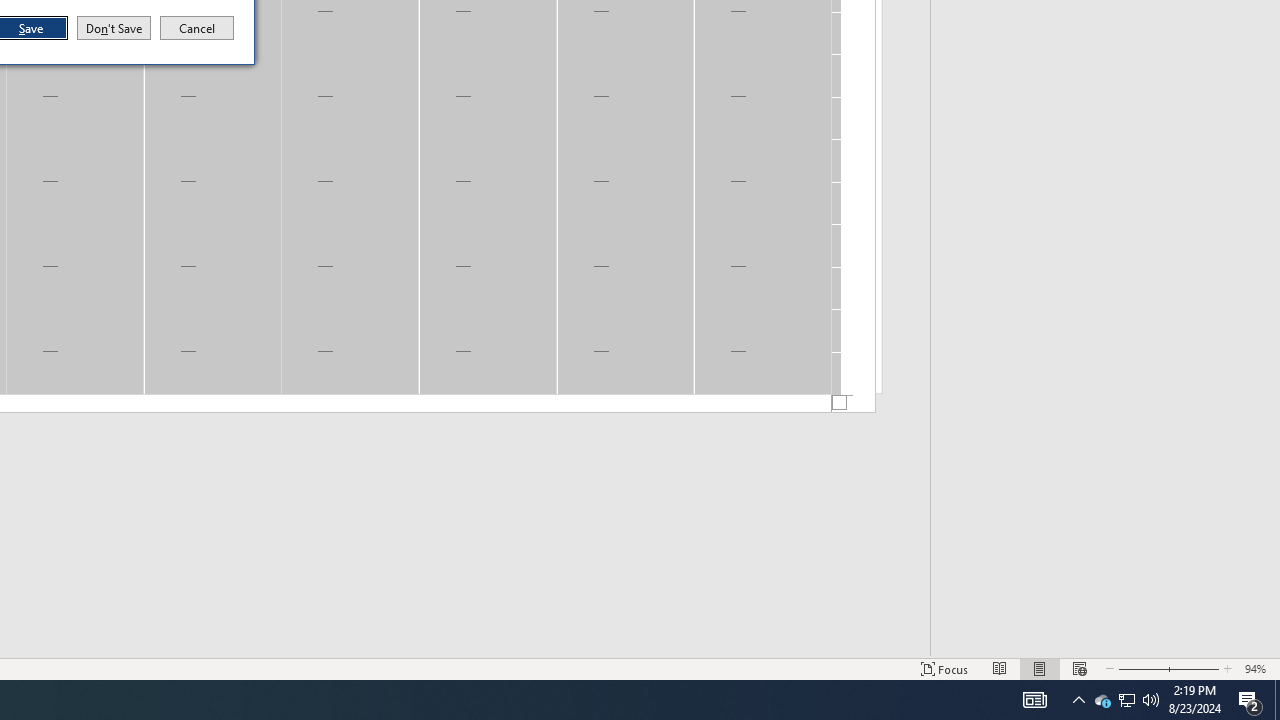  Describe the element at coordinates (1078, 698) in the screenshot. I see `'Notification Chevron'` at that location.